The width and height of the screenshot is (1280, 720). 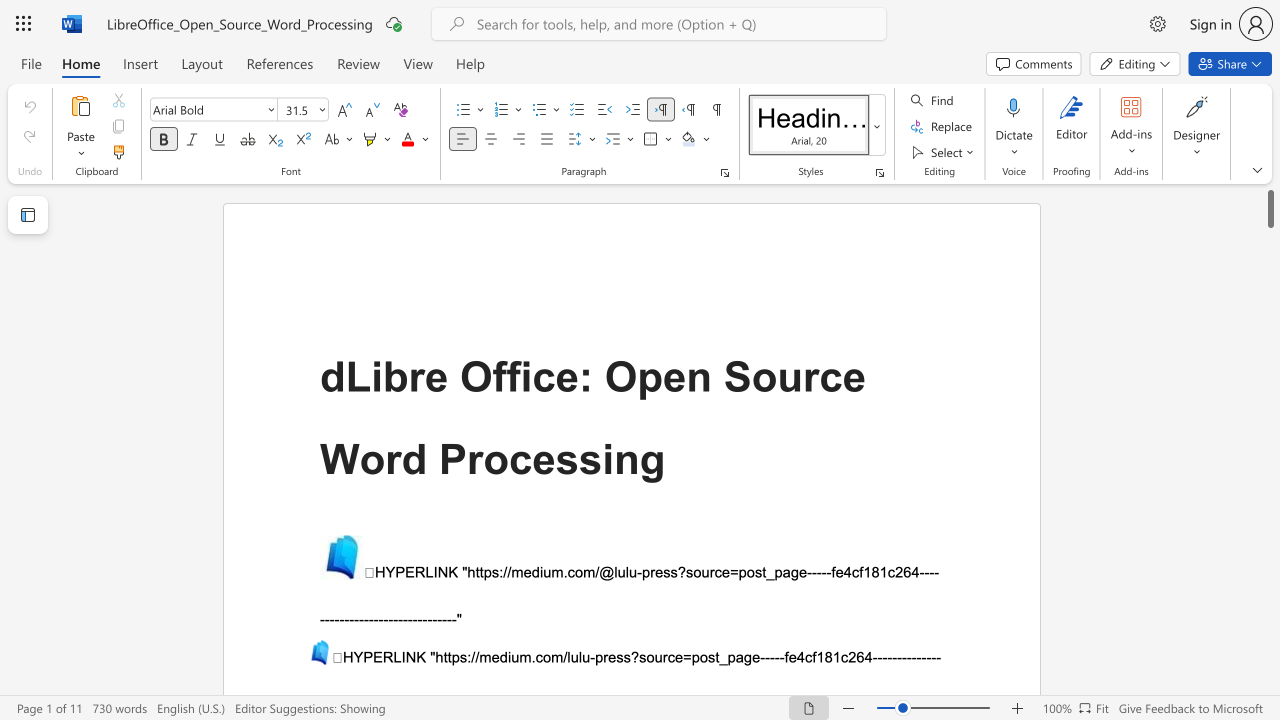 I want to click on the scrollbar to move the view down, so click(x=1269, y=528).